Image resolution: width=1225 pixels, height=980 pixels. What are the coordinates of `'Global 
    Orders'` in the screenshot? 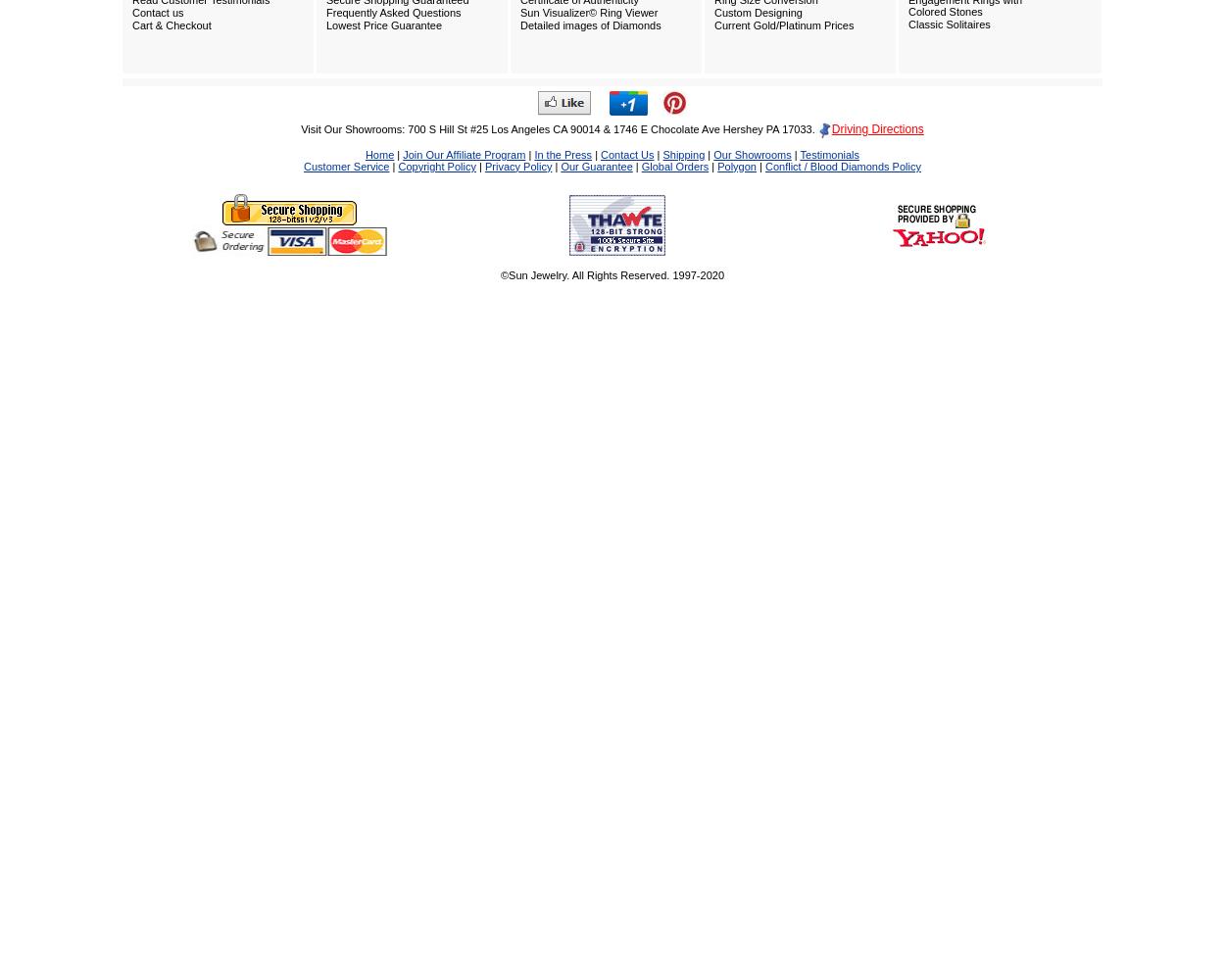 It's located at (674, 166).